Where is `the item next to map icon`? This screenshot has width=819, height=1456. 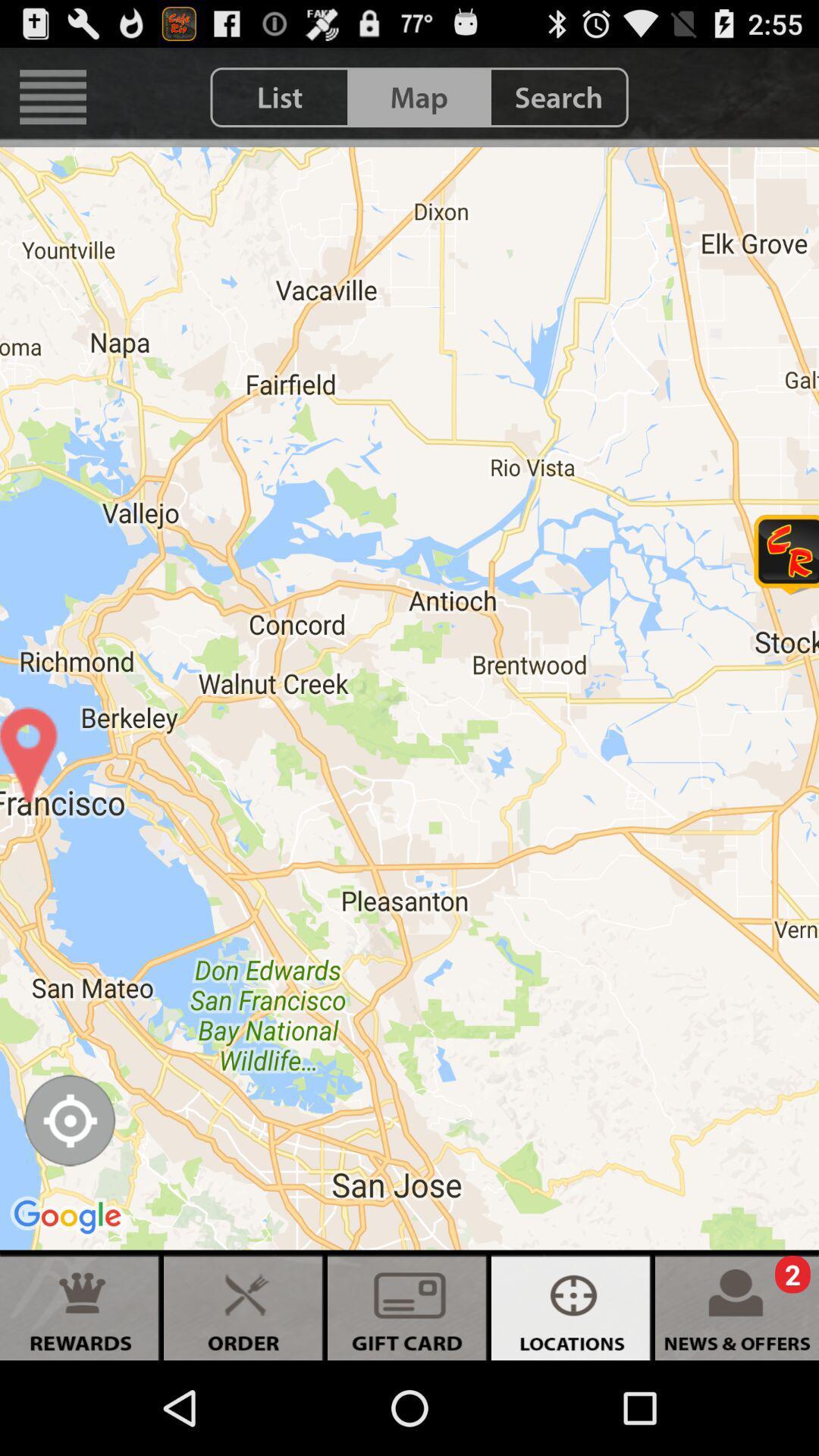
the item next to map icon is located at coordinates (558, 96).